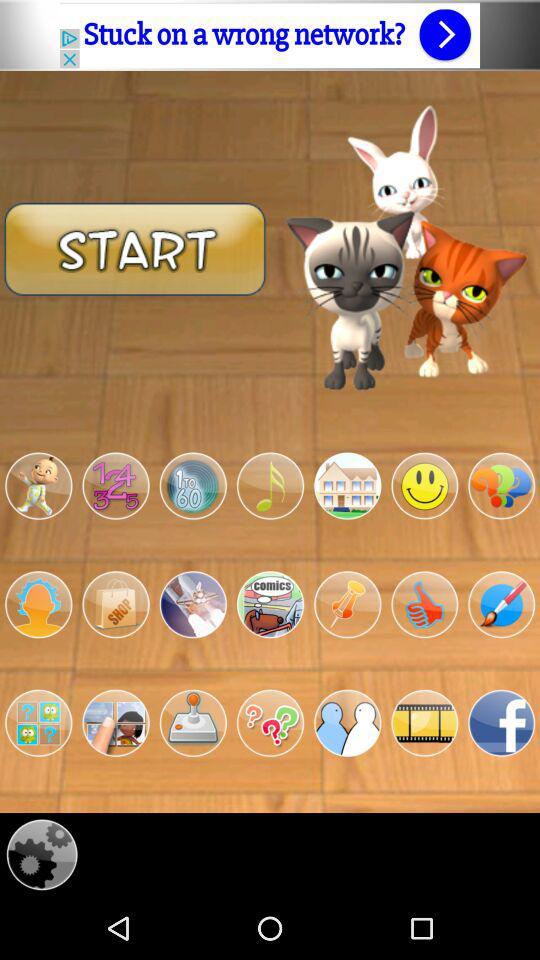 The image size is (540, 960). Describe the element at coordinates (423, 603) in the screenshot. I see `click app` at that location.